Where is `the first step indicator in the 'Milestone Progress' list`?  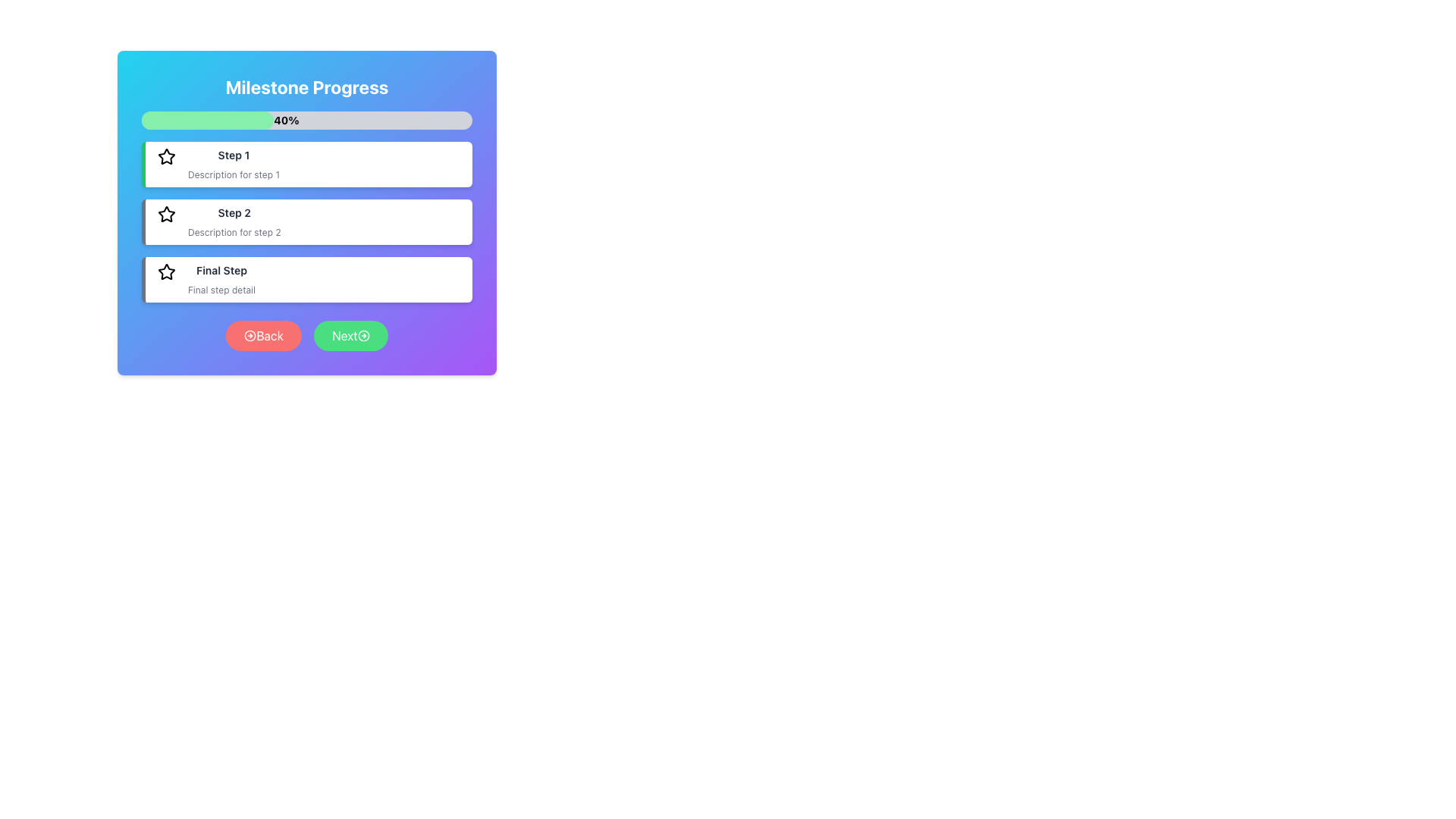
the first step indicator in the 'Milestone Progress' list is located at coordinates (306, 164).